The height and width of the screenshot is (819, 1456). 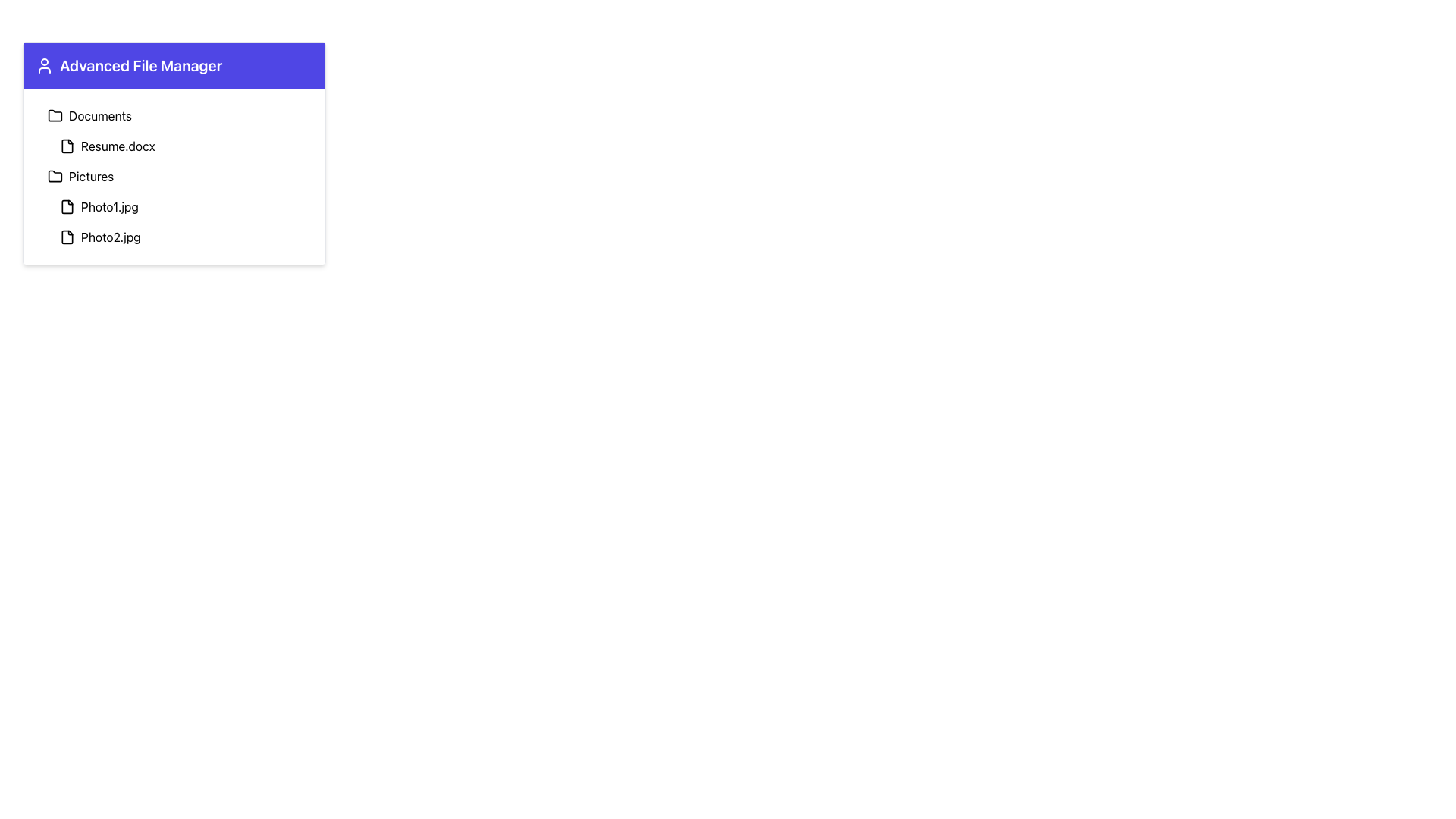 What do you see at coordinates (67, 237) in the screenshot?
I see `the icon representing the file 'Photo2.jpg' located in the second entry of the 'Pictures' category, aligned to the left of the text label` at bounding box center [67, 237].